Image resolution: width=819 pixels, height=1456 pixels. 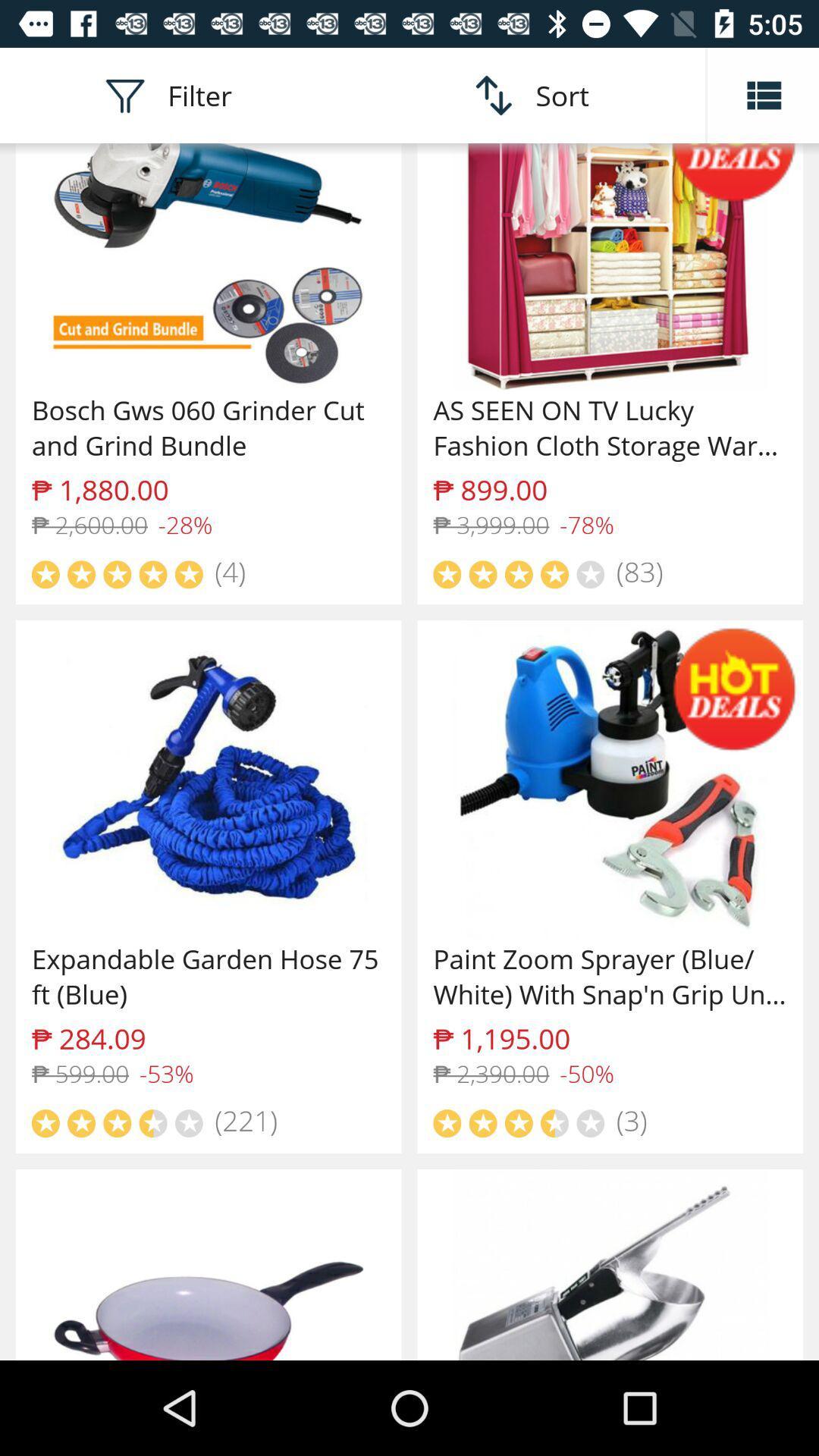 What do you see at coordinates (763, 94) in the screenshot?
I see `the list icon` at bounding box center [763, 94].